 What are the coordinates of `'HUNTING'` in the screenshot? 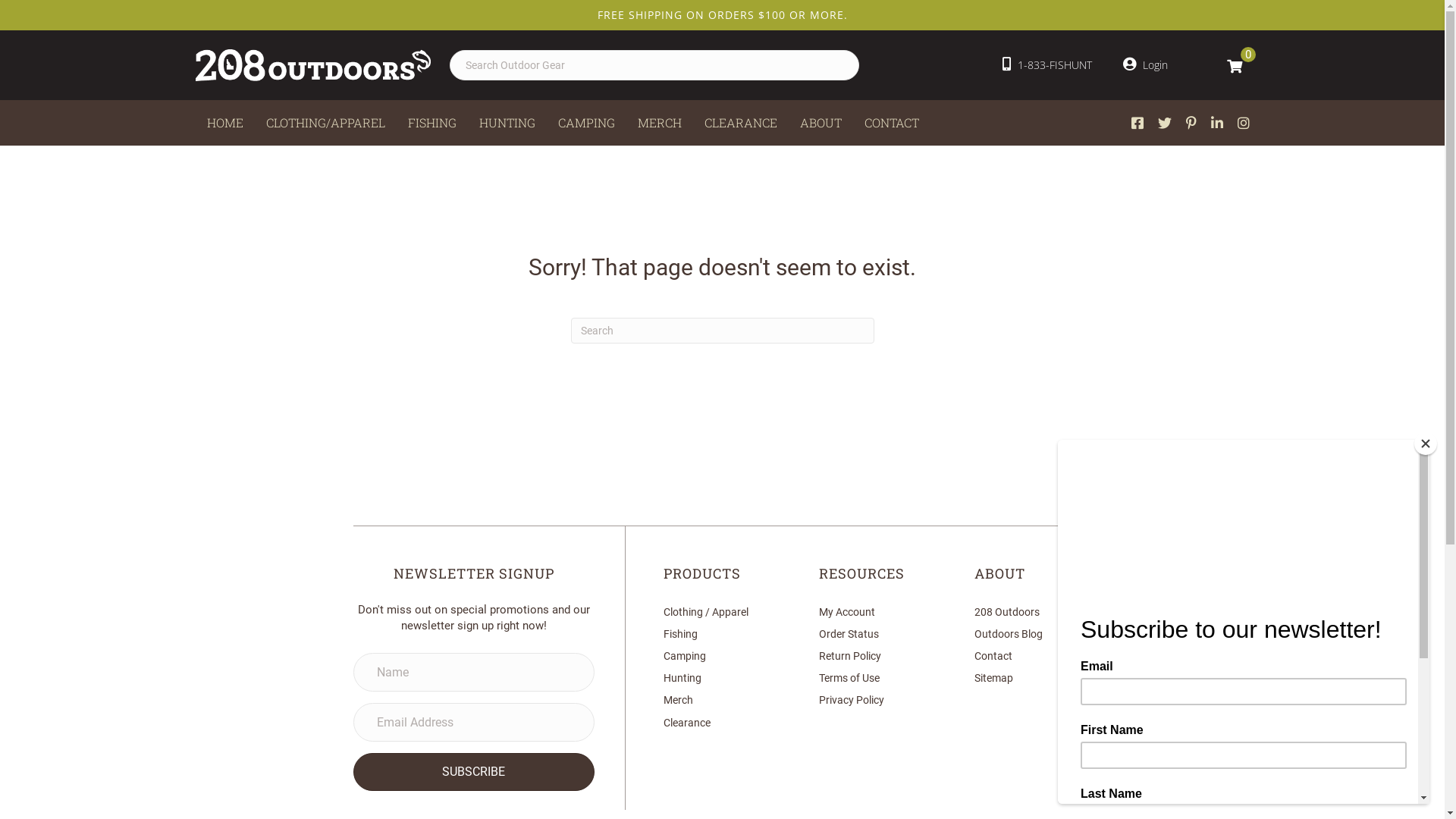 It's located at (506, 122).